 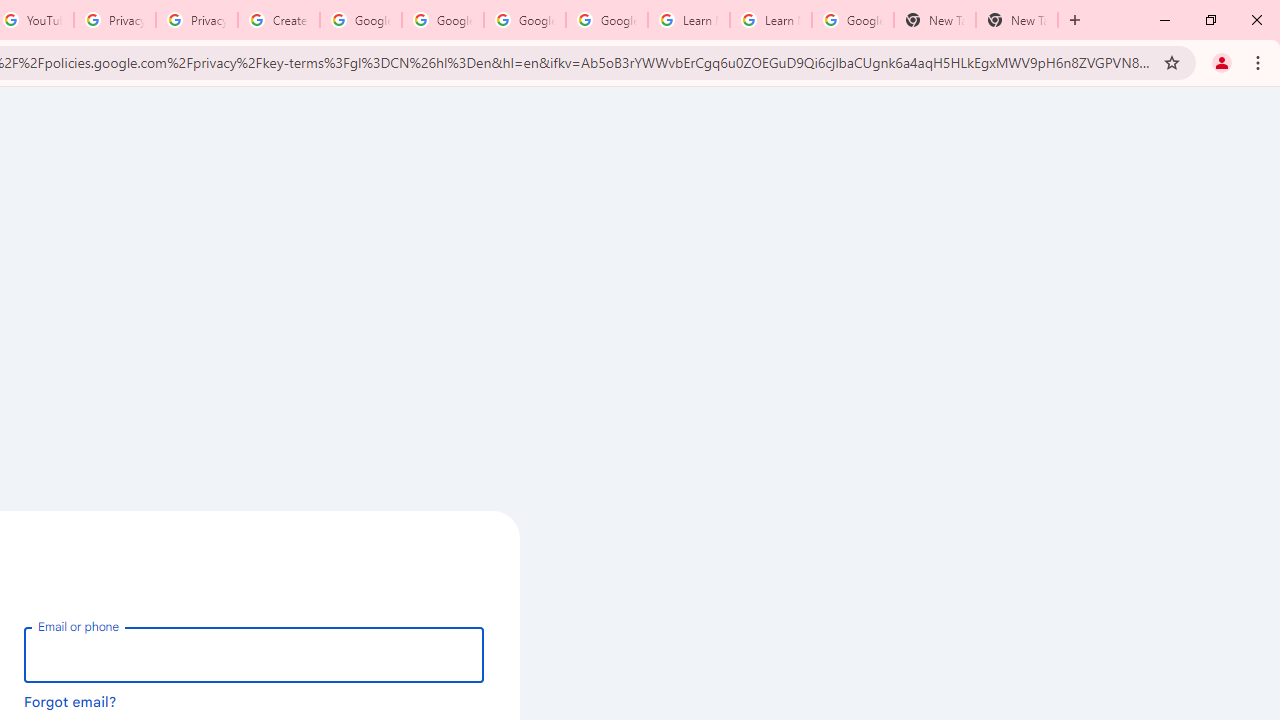 What do you see at coordinates (253, 654) in the screenshot?
I see `'Email or phone'` at bounding box center [253, 654].